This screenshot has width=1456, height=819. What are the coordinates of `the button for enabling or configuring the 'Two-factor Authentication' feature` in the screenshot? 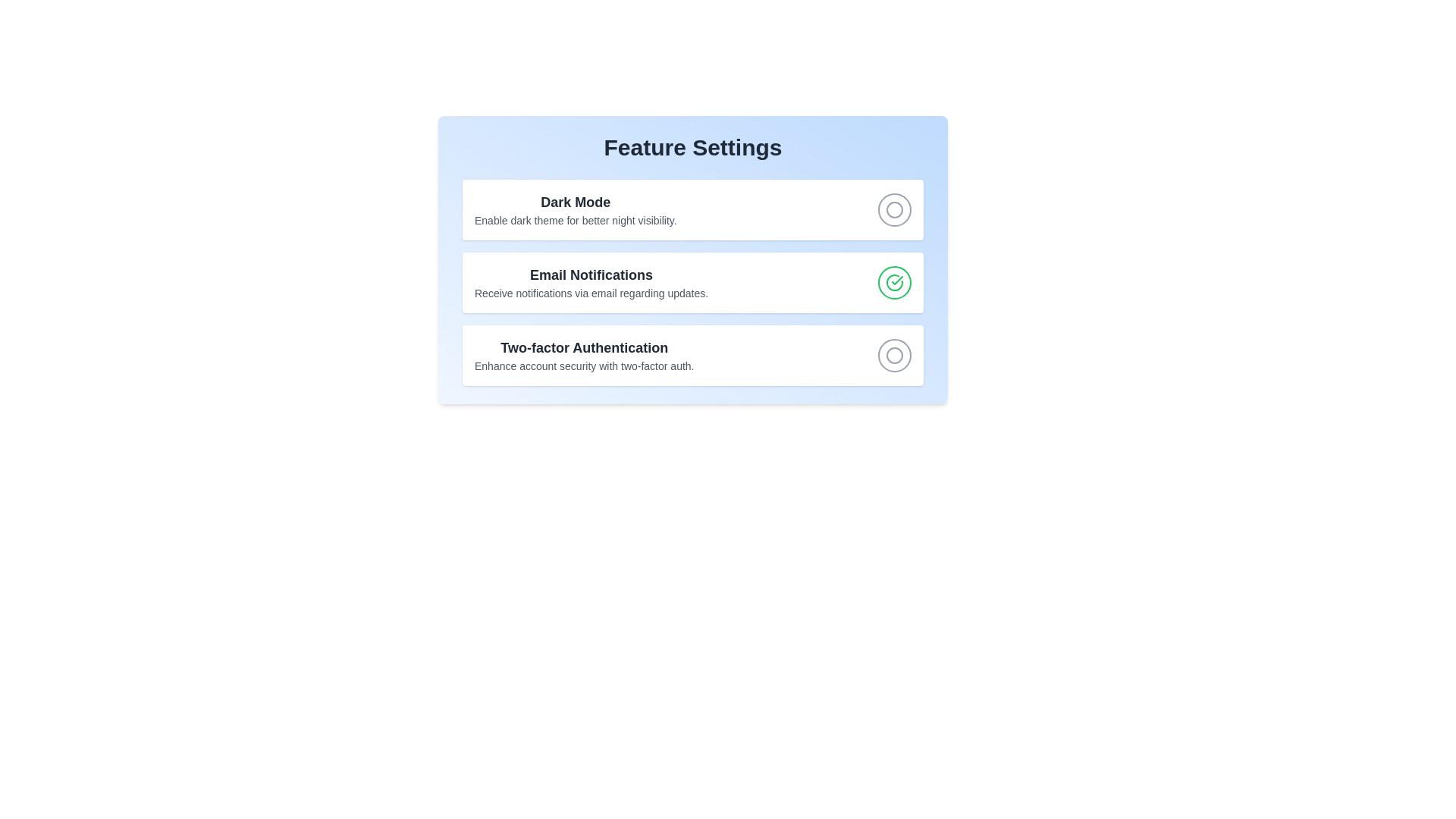 It's located at (895, 356).